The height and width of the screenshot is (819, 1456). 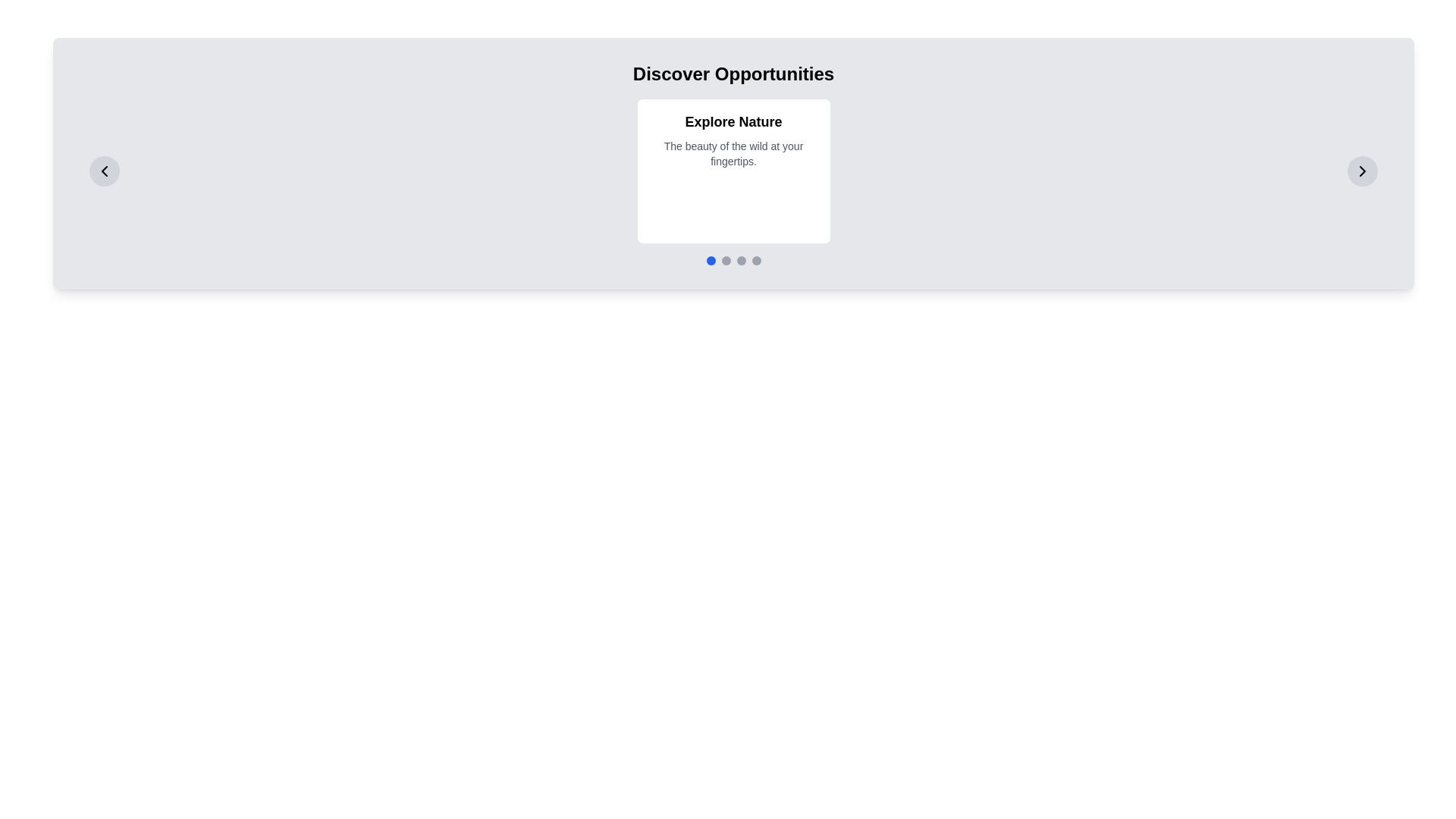 I want to click on the text label displaying 'Explore Nature' which is centrally located within its card component, so click(x=733, y=121).